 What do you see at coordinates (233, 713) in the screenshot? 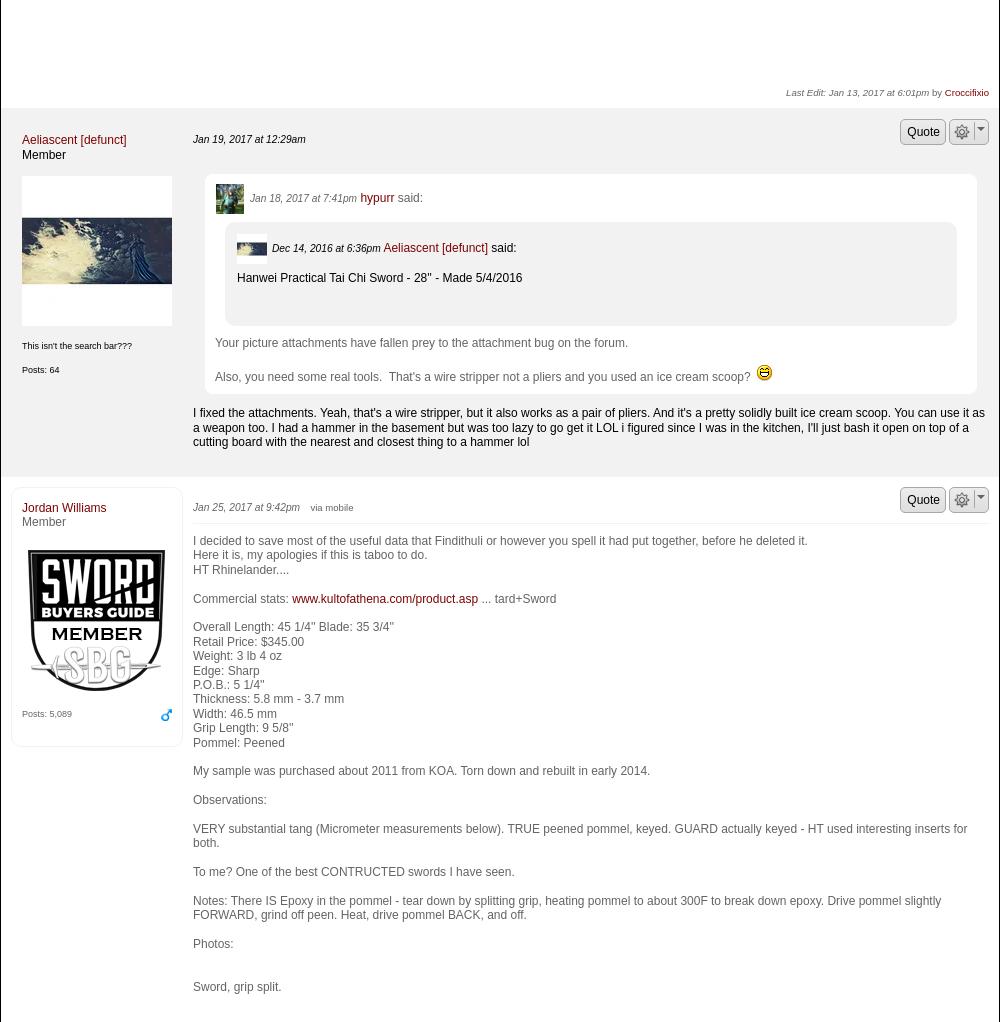
I see `'Width: 46.5 mm'` at bounding box center [233, 713].